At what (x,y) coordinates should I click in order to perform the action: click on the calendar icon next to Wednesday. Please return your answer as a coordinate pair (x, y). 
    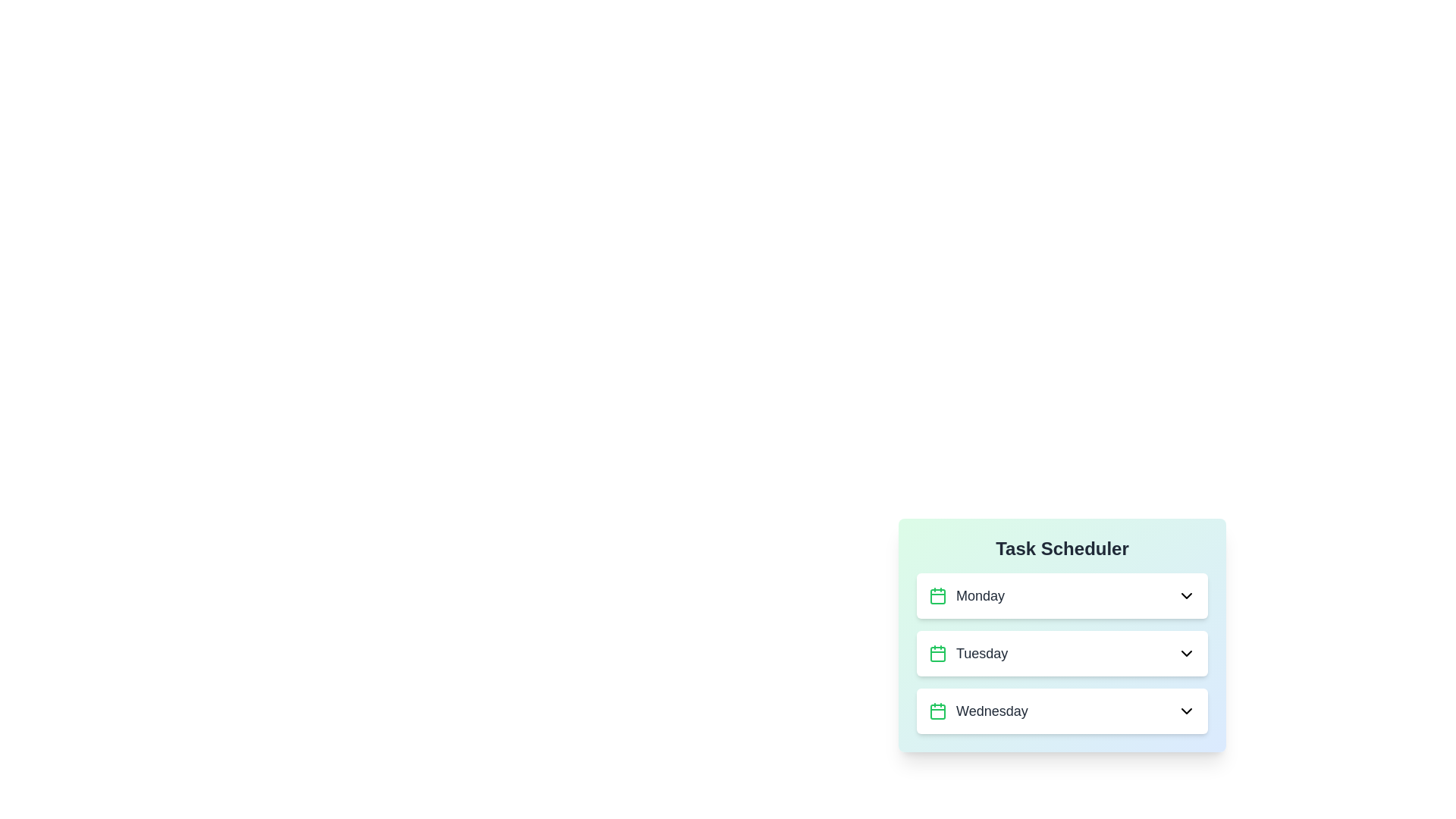
    Looking at the image, I should click on (937, 711).